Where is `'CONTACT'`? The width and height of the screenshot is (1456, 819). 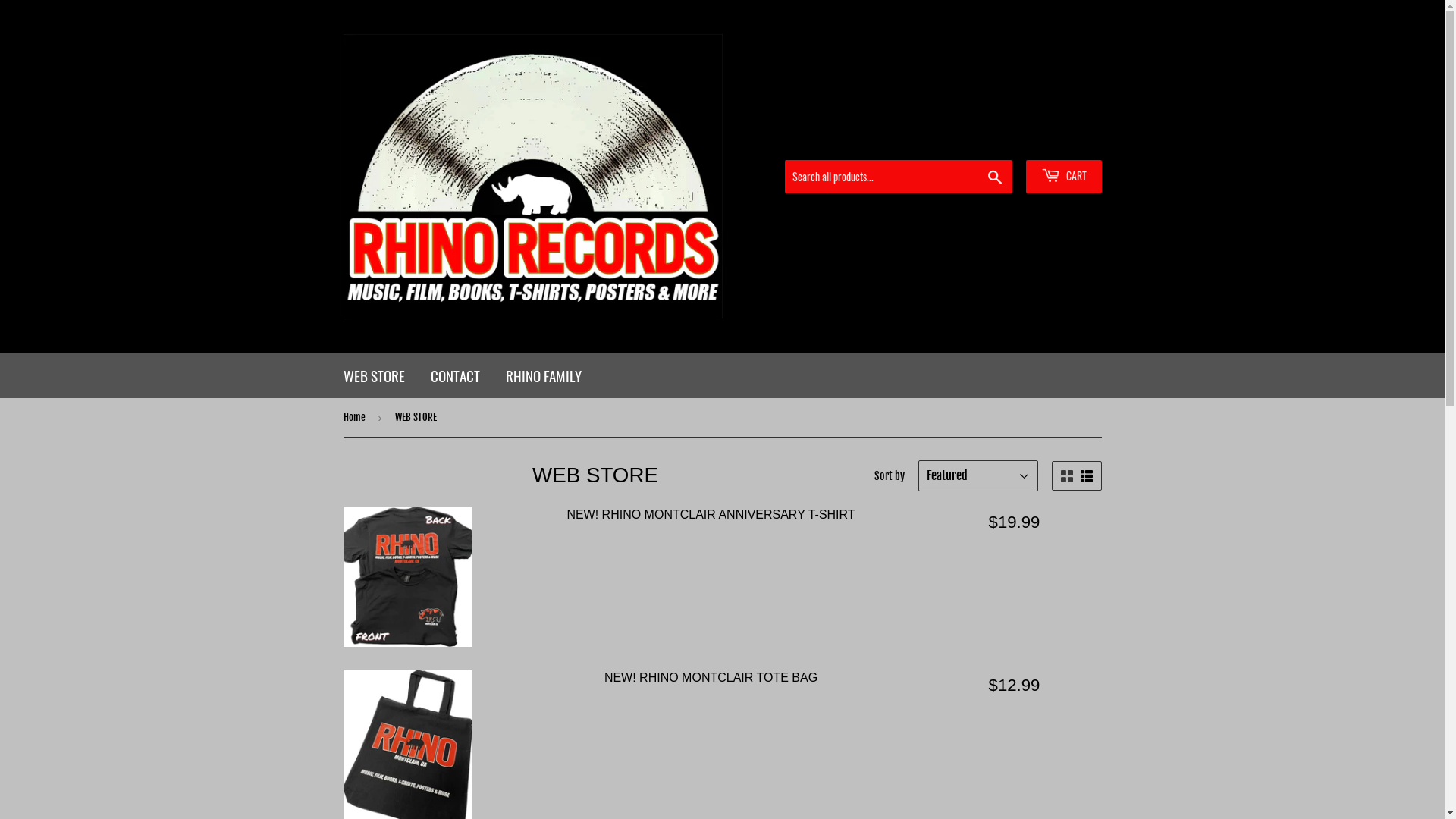
'CONTACT' is located at coordinates (419, 375).